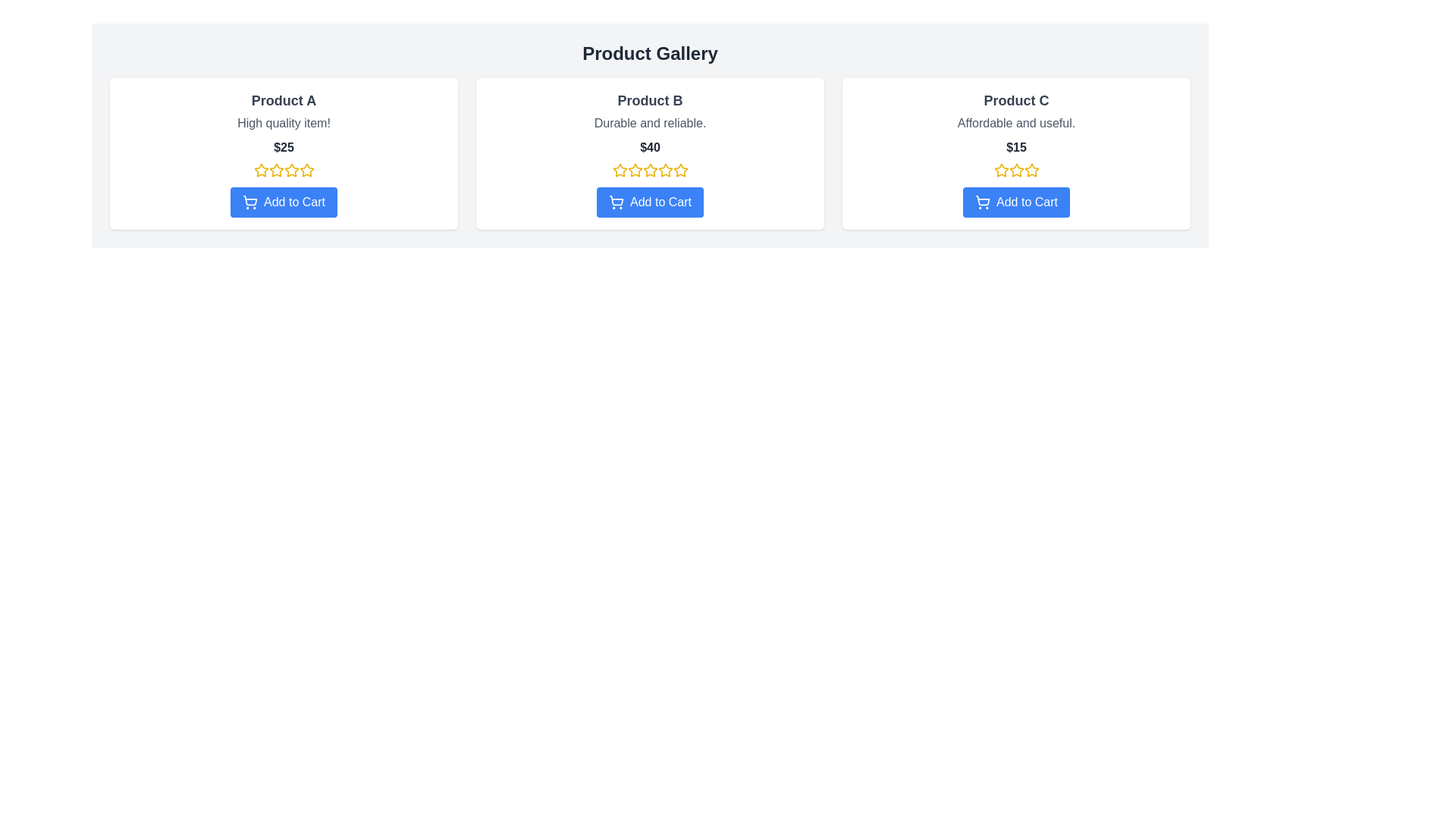 The width and height of the screenshot is (1456, 819). I want to click on the third yellow star-shaped rating icon in the rating system for 'Product B' located centrally in the product gallery, so click(635, 170).